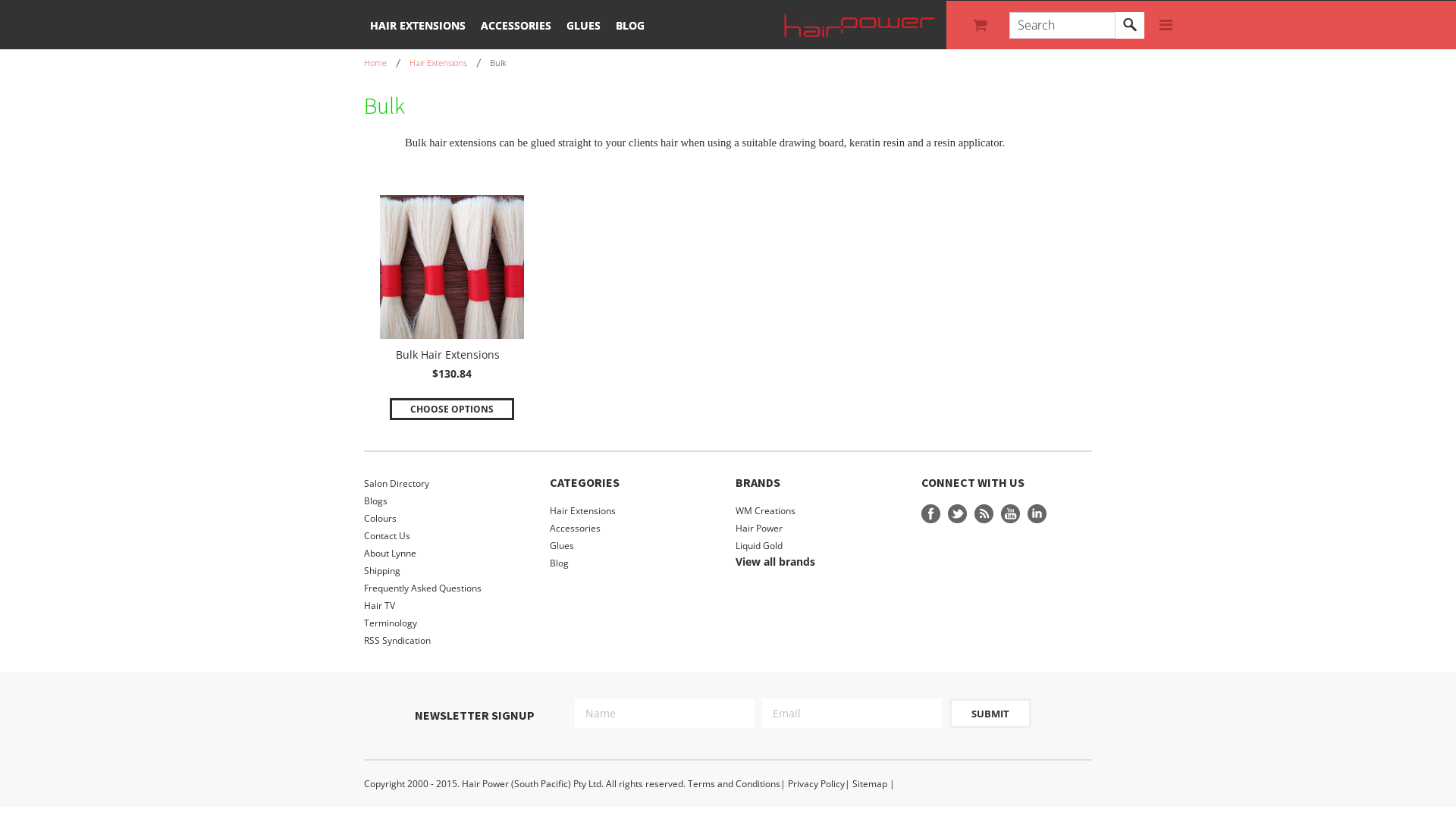 Image resolution: width=1456 pixels, height=819 pixels. I want to click on 'Privacy Policy', so click(815, 783).